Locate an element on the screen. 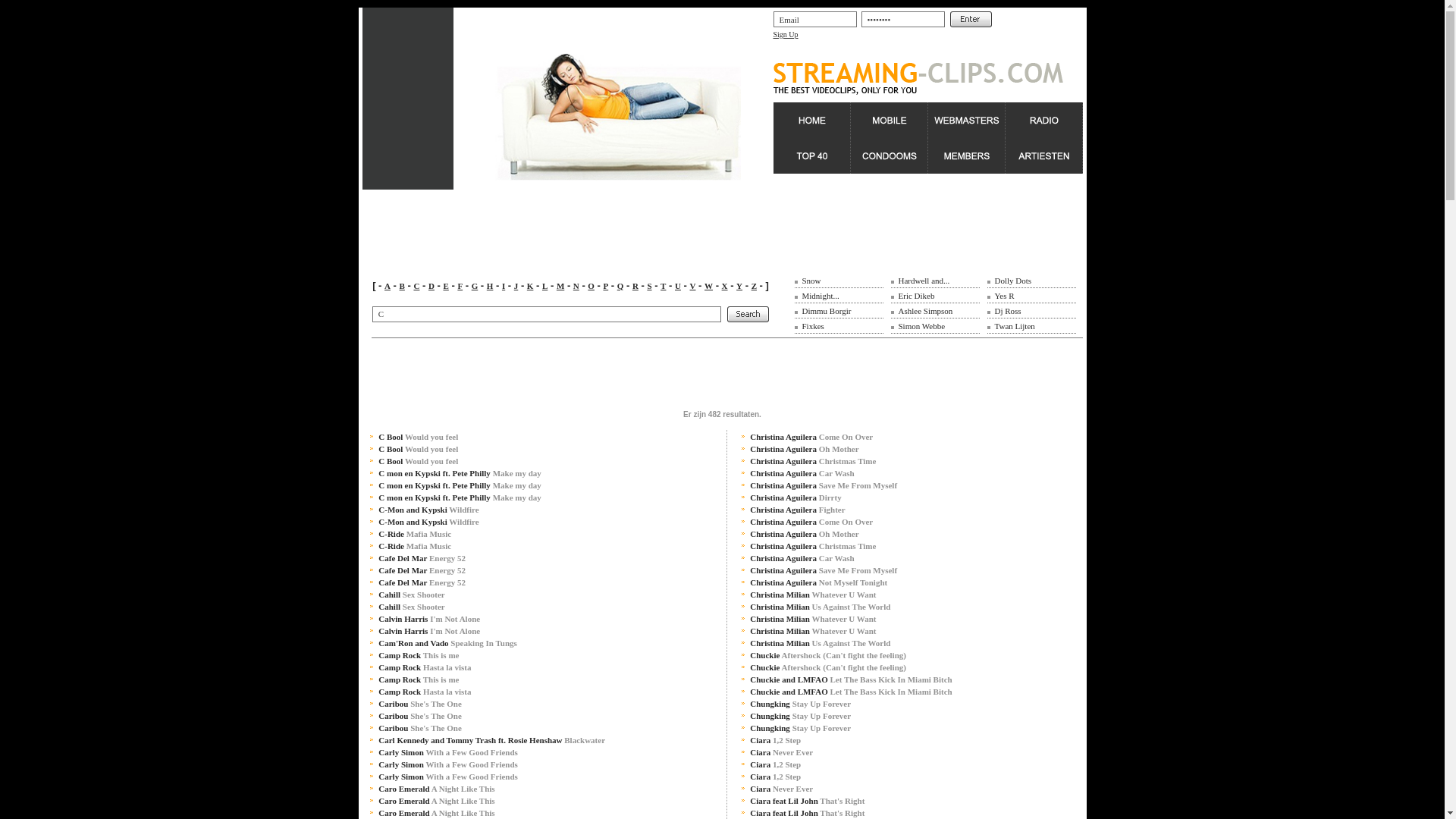  'Calvin Harris I'm Not Alone' is located at coordinates (428, 631).